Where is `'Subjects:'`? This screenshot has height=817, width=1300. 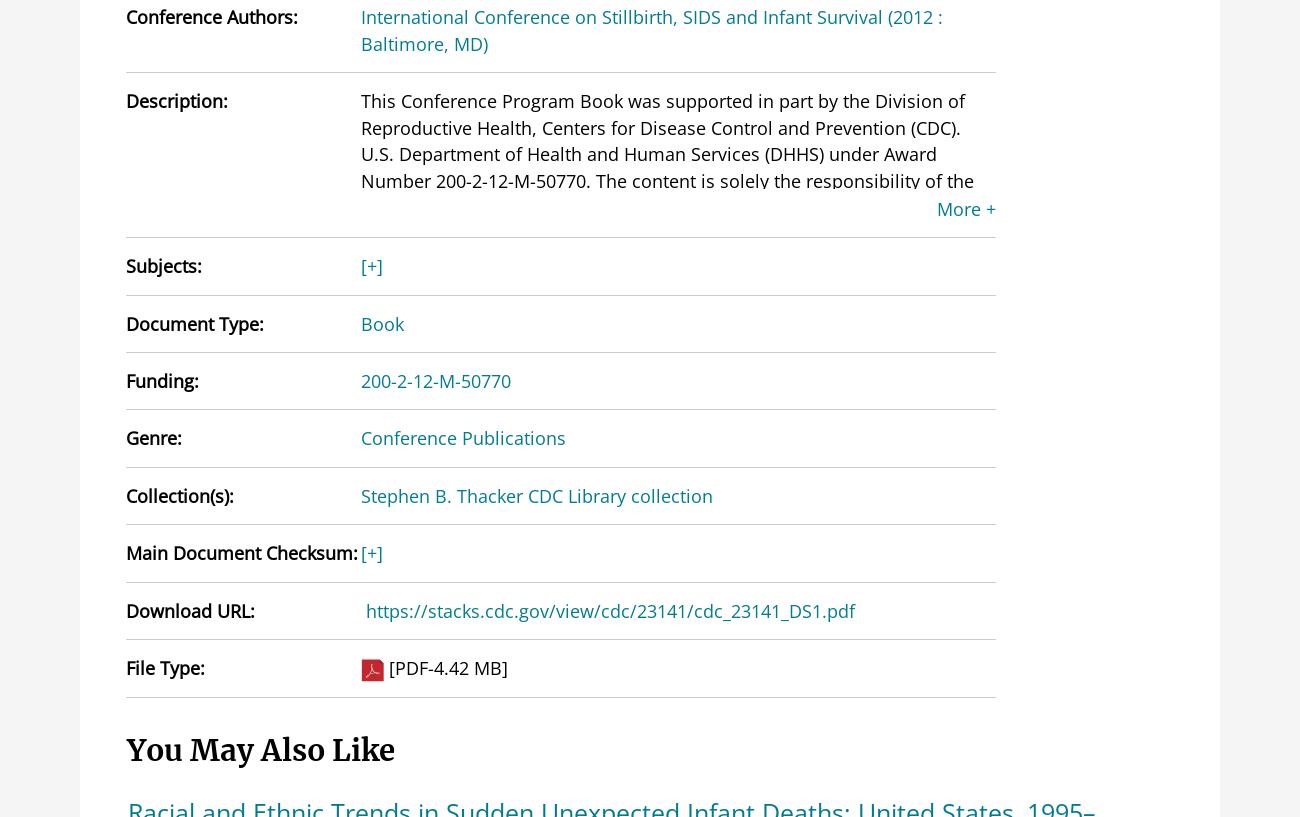 'Subjects:' is located at coordinates (164, 266).